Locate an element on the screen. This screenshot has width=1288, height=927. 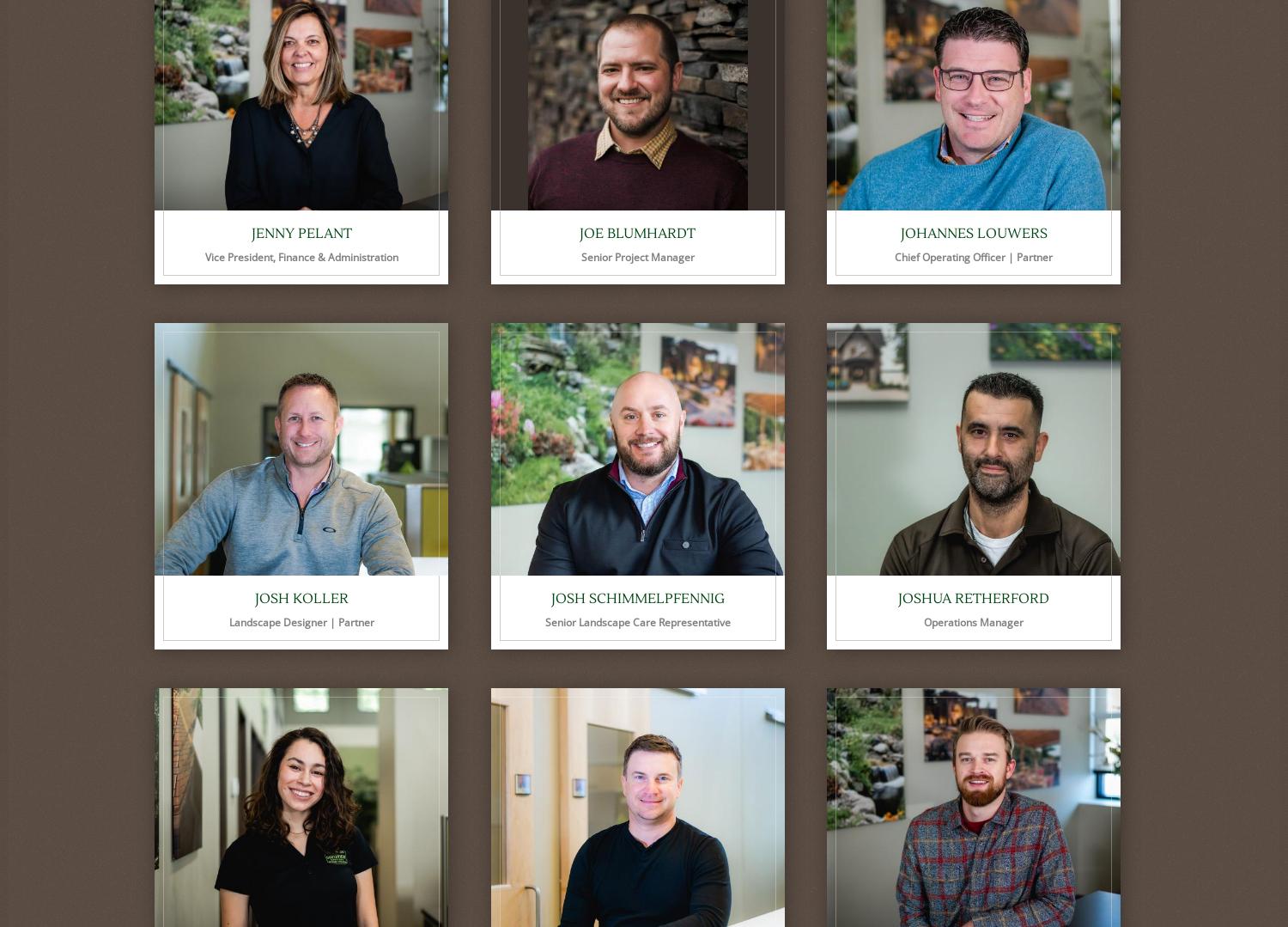
'Vice President, Finance & Administration' is located at coordinates (300, 256).